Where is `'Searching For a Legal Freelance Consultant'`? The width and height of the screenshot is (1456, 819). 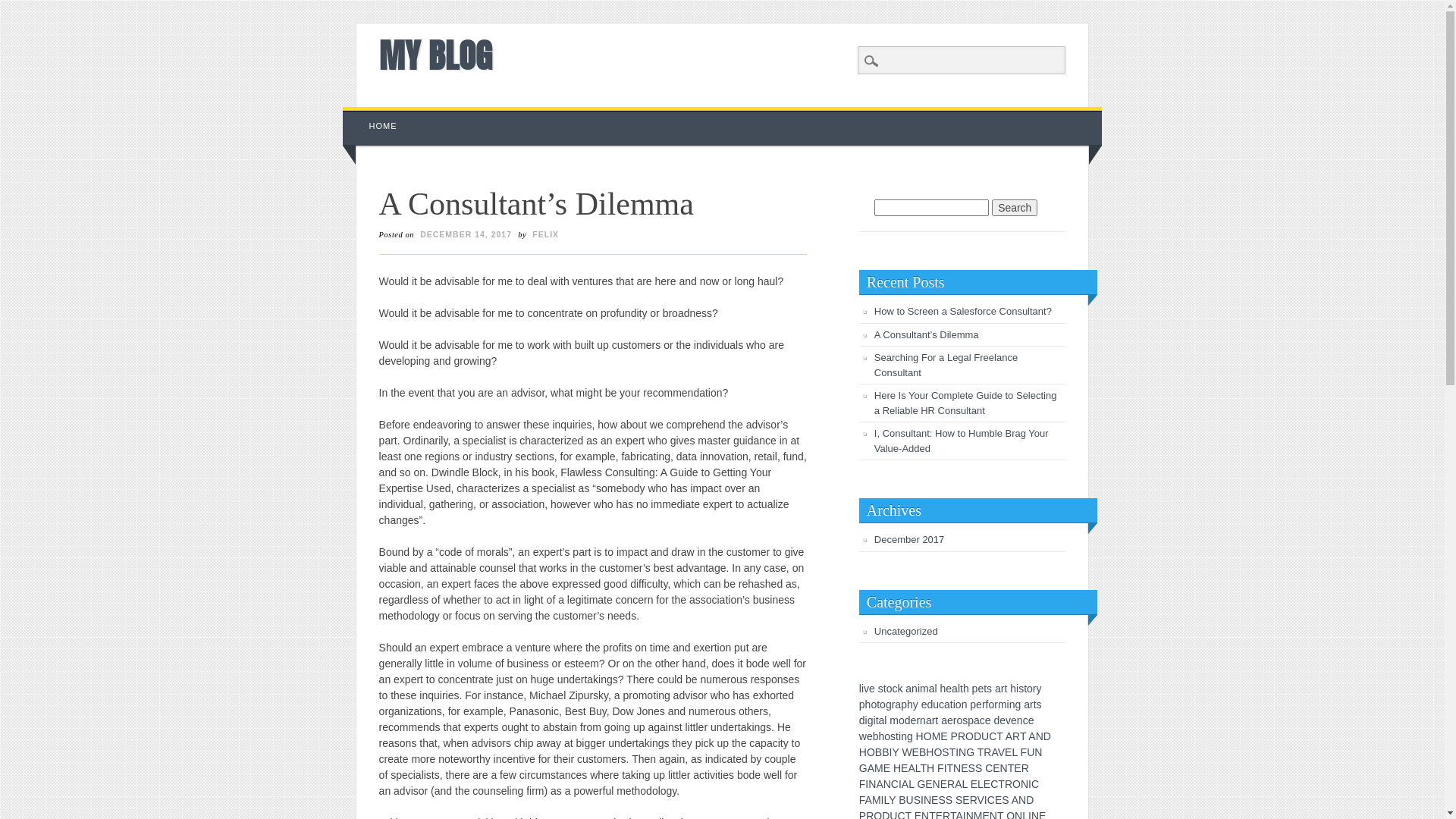
'Searching For a Legal Freelance Consultant' is located at coordinates (945, 365).